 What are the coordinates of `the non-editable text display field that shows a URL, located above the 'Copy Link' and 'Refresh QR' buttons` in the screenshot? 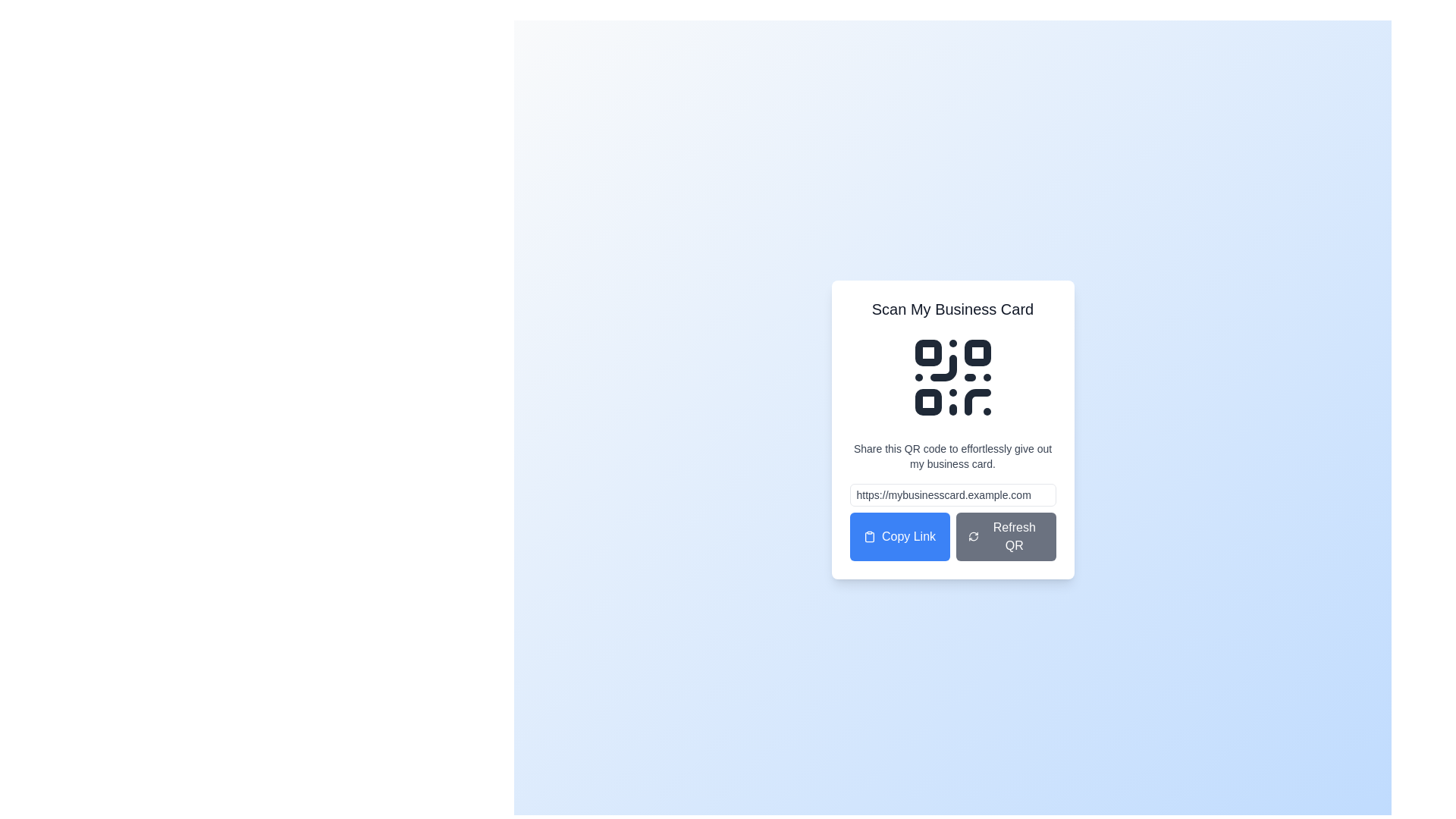 It's located at (952, 494).